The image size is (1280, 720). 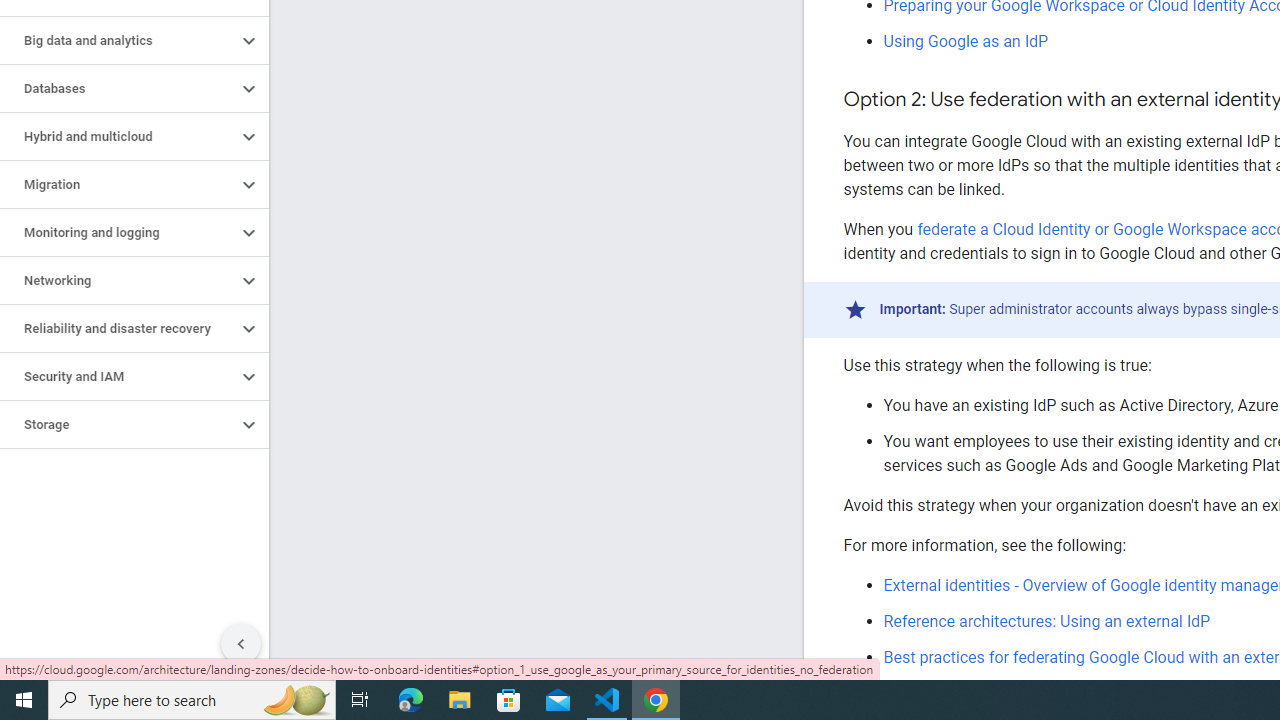 I want to click on 'Hide side navigation', so click(x=240, y=644).